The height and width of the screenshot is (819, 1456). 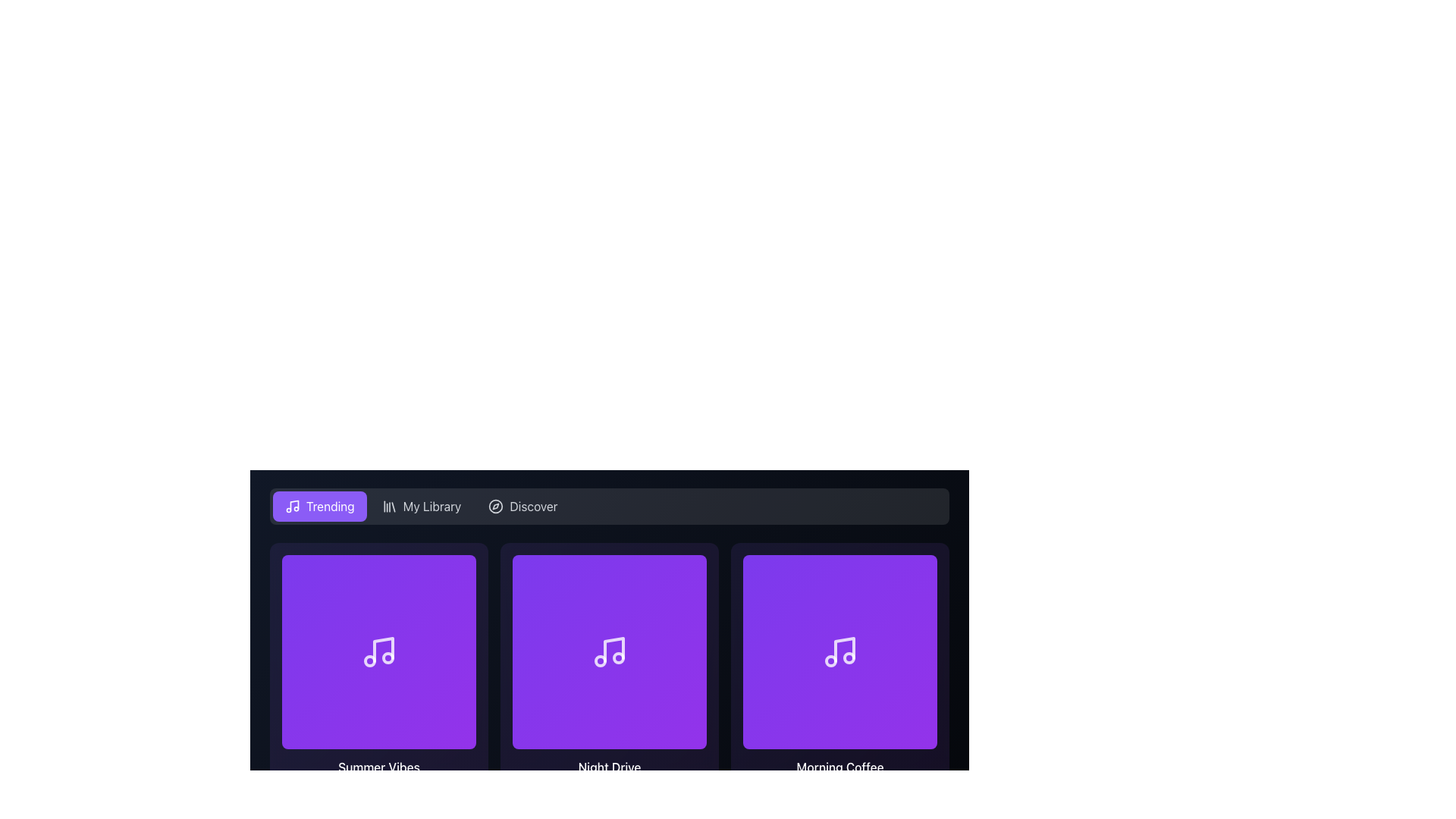 What do you see at coordinates (839, 767) in the screenshot?
I see `text content of the label that displays 'Morning Coffee', which is styled in white color and located below a purple square area with a music note icon` at bounding box center [839, 767].